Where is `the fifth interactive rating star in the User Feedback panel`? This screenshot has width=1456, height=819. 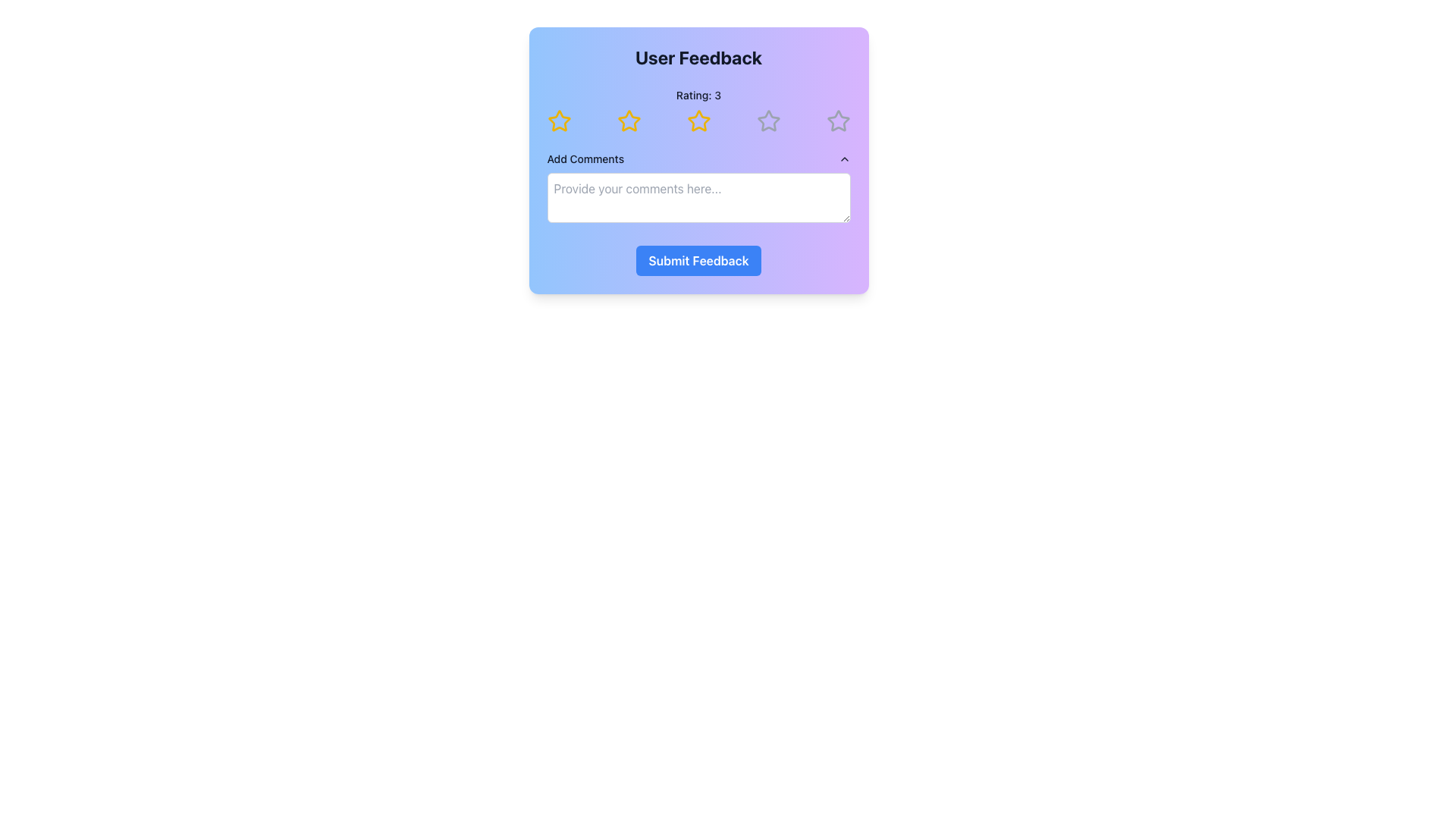
the fifth interactive rating star in the User Feedback panel is located at coordinates (837, 120).